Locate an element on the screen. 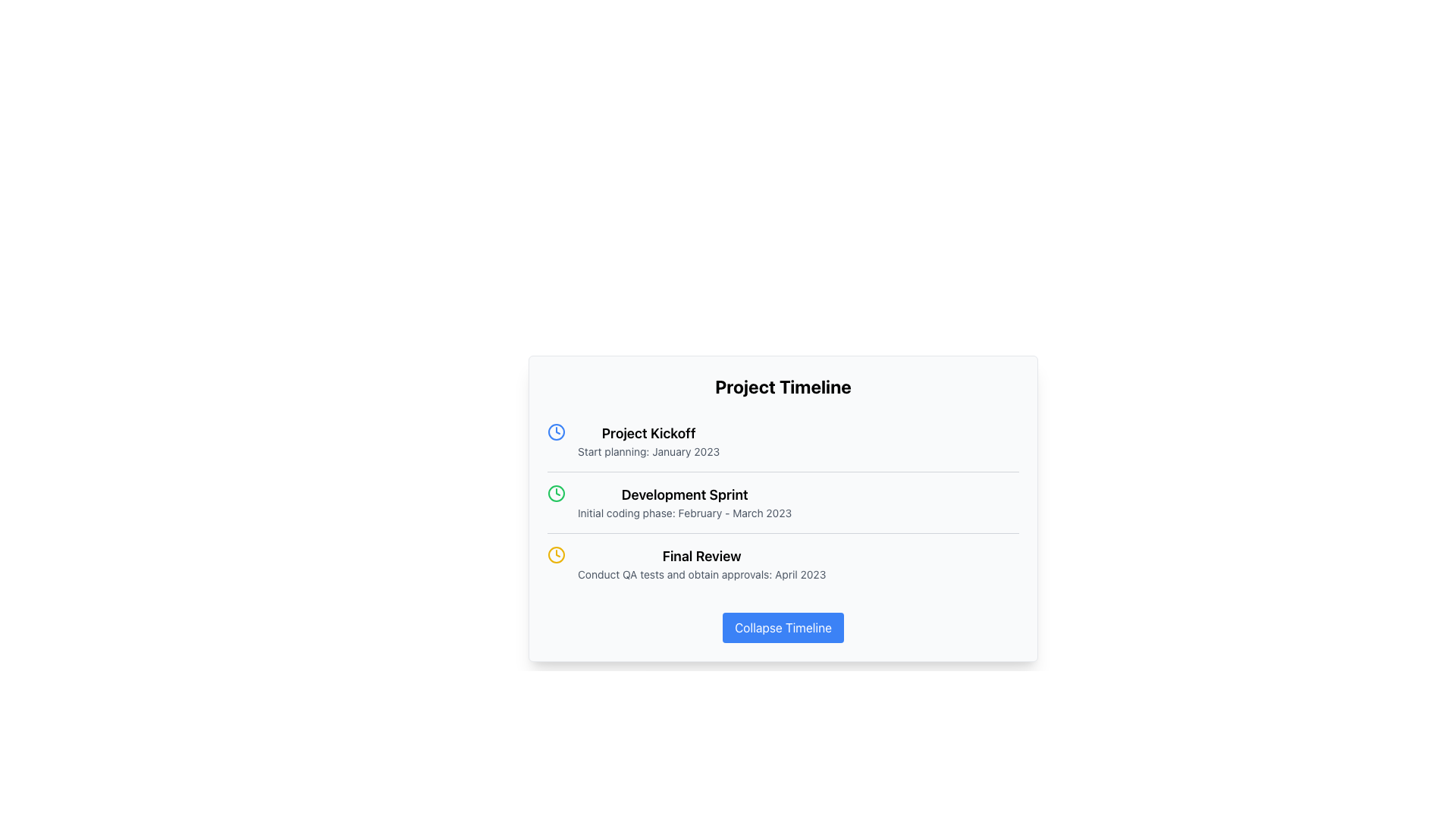 The height and width of the screenshot is (819, 1456). the 'Development Sprint' section item which contains a bold title and description text, indicating it is a timeline item in a vertically stacked list is located at coordinates (783, 502).